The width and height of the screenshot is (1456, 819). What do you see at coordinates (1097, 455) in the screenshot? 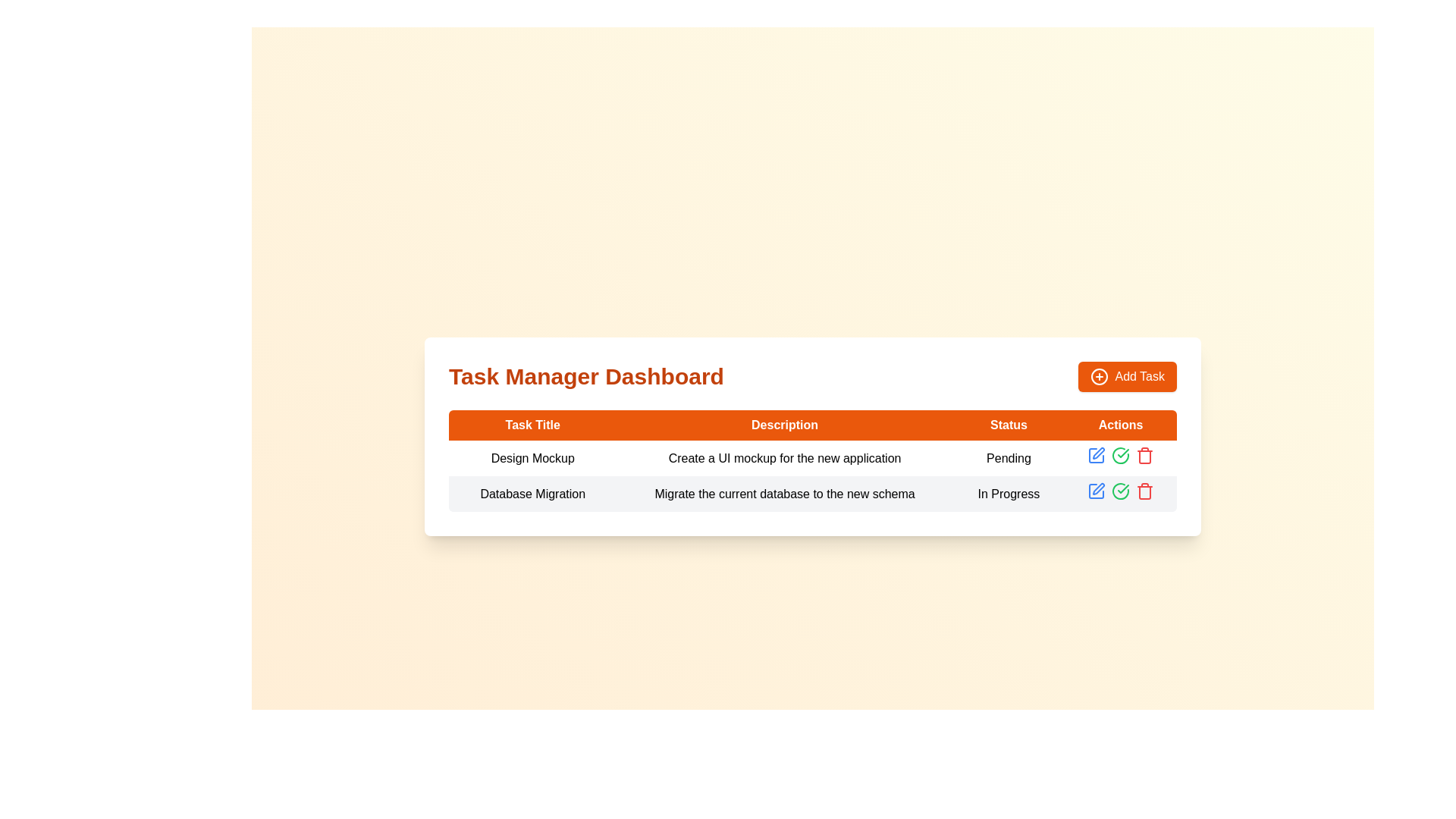
I see `the top boundary line of the square or rectangular icon in the 'Actions' column of the 'Database Migration' row in the task manager table` at bounding box center [1097, 455].